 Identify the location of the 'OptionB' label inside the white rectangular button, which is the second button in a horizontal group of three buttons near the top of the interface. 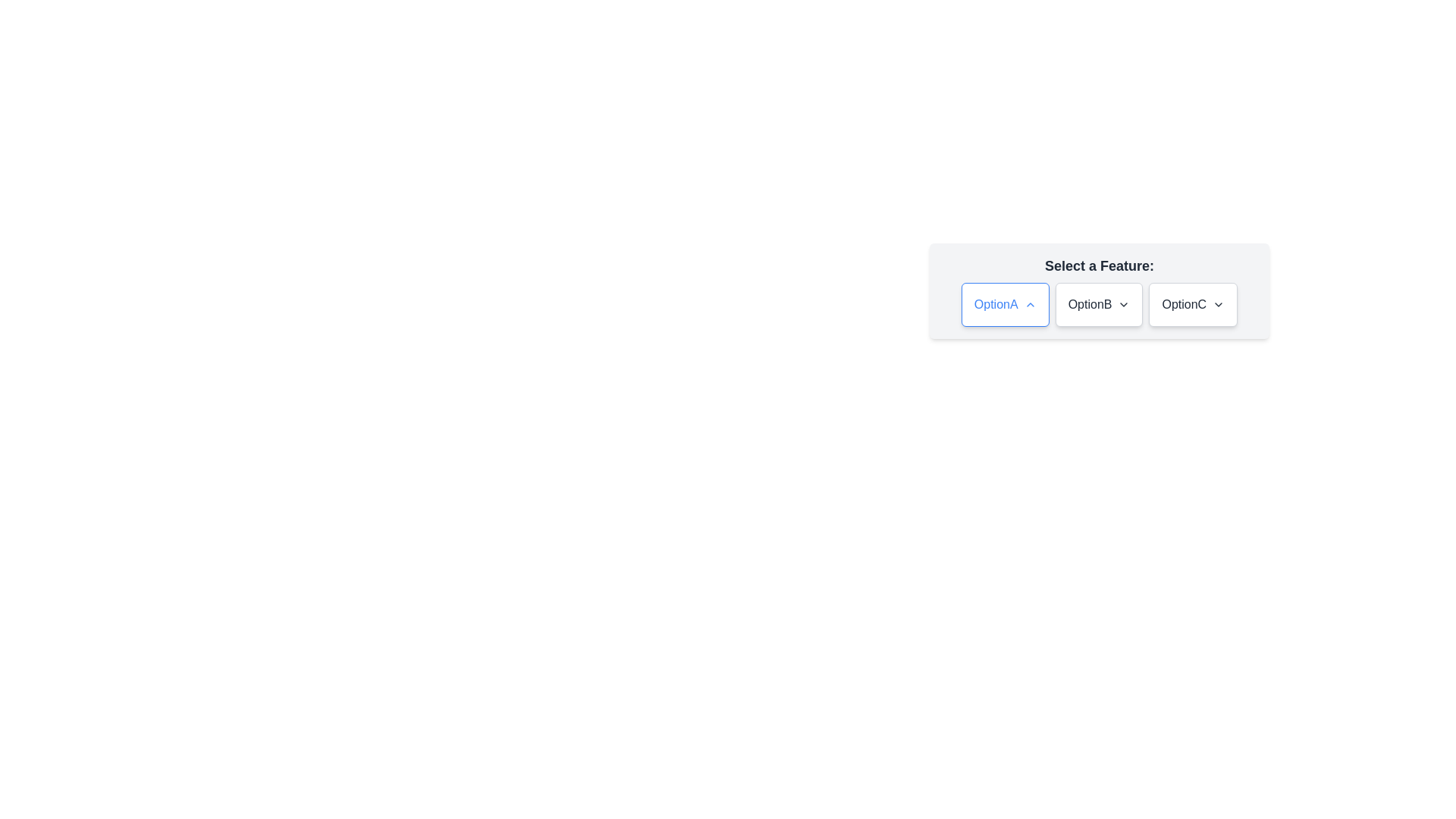
(1089, 304).